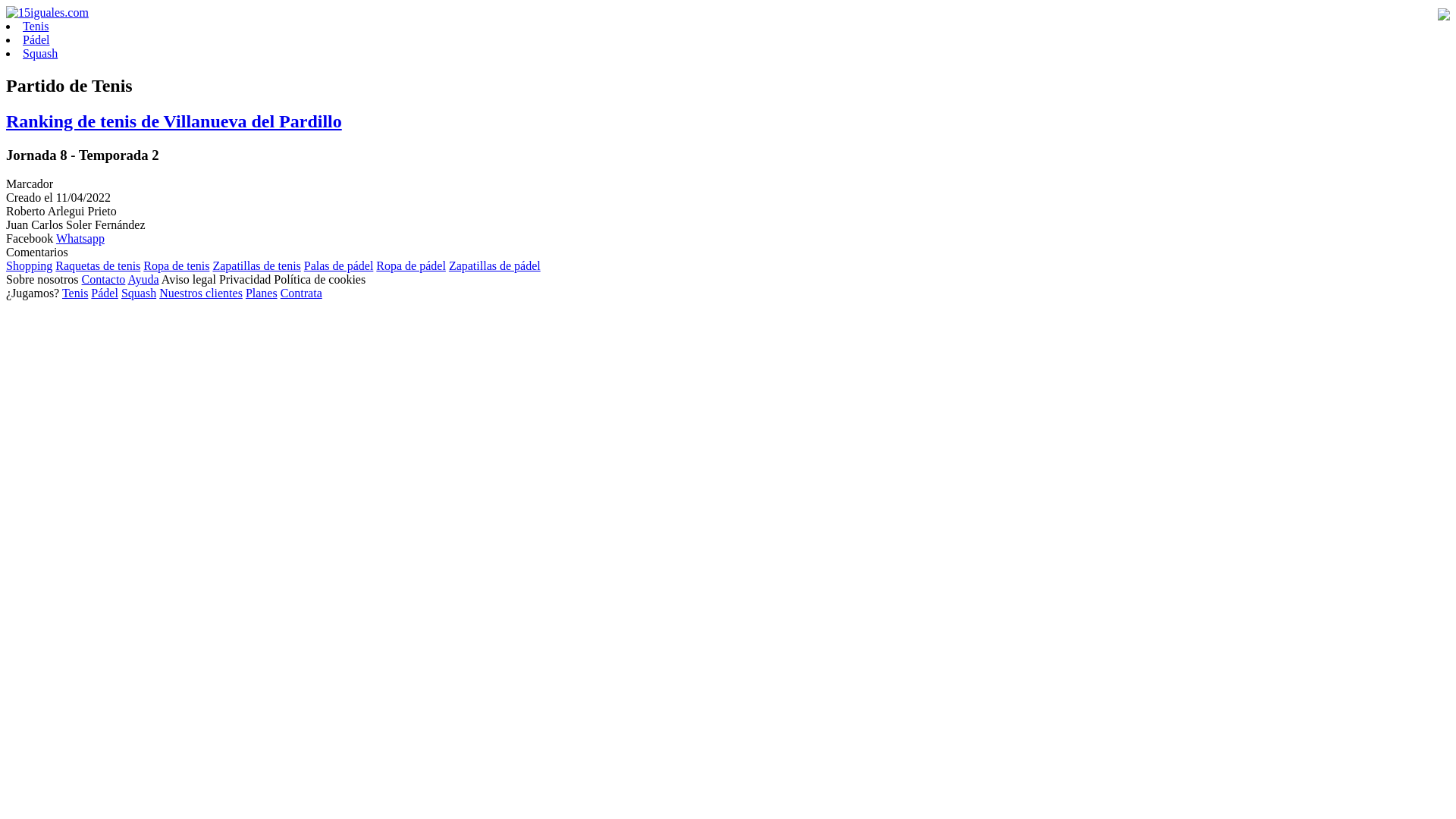 Image resolution: width=1456 pixels, height=819 pixels. I want to click on 'Nuestros clientes', so click(199, 293).